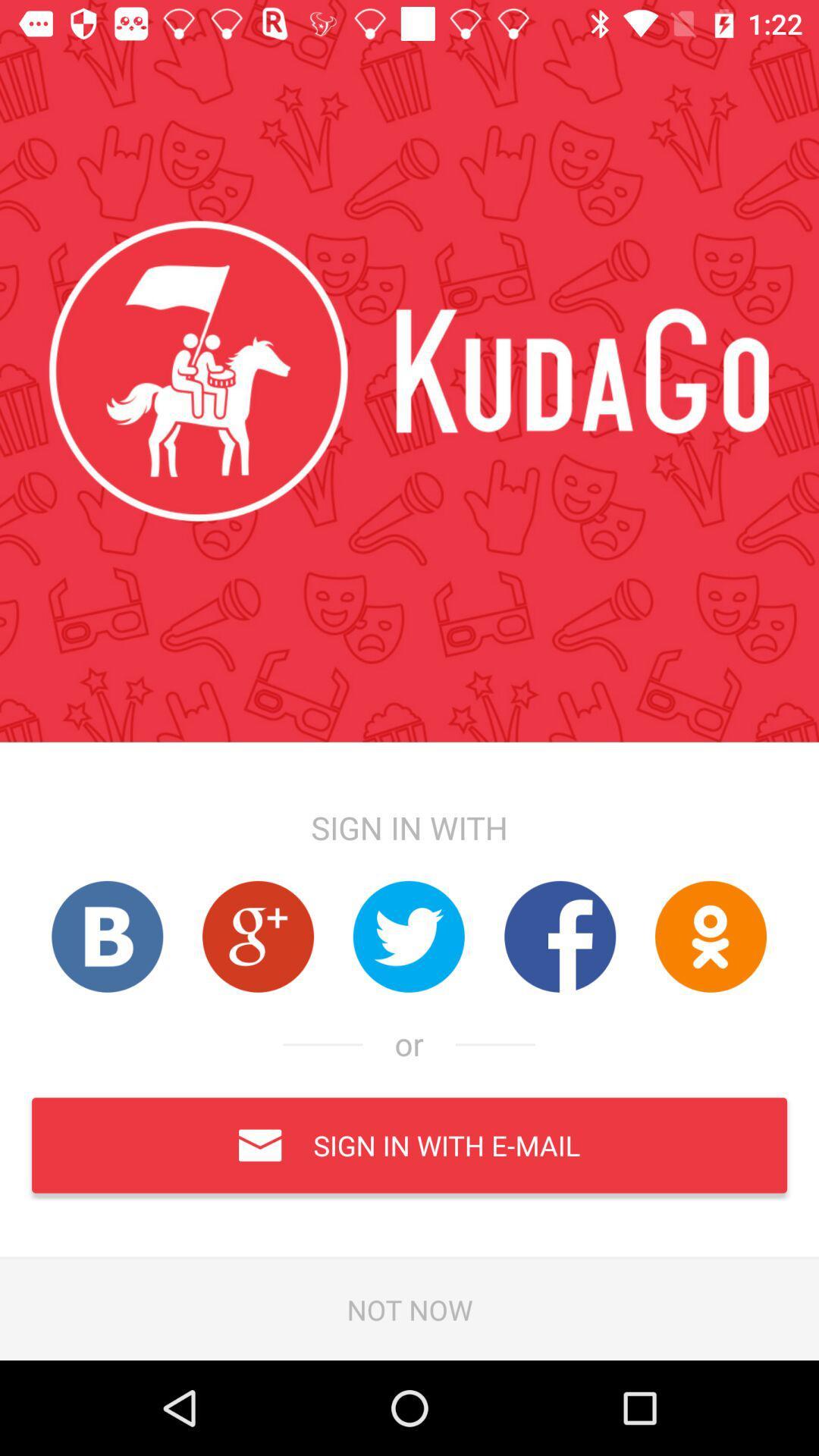 Image resolution: width=819 pixels, height=1456 pixels. Describe the element at coordinates (106, 936) in the screenshot. I see `the app` at that location.